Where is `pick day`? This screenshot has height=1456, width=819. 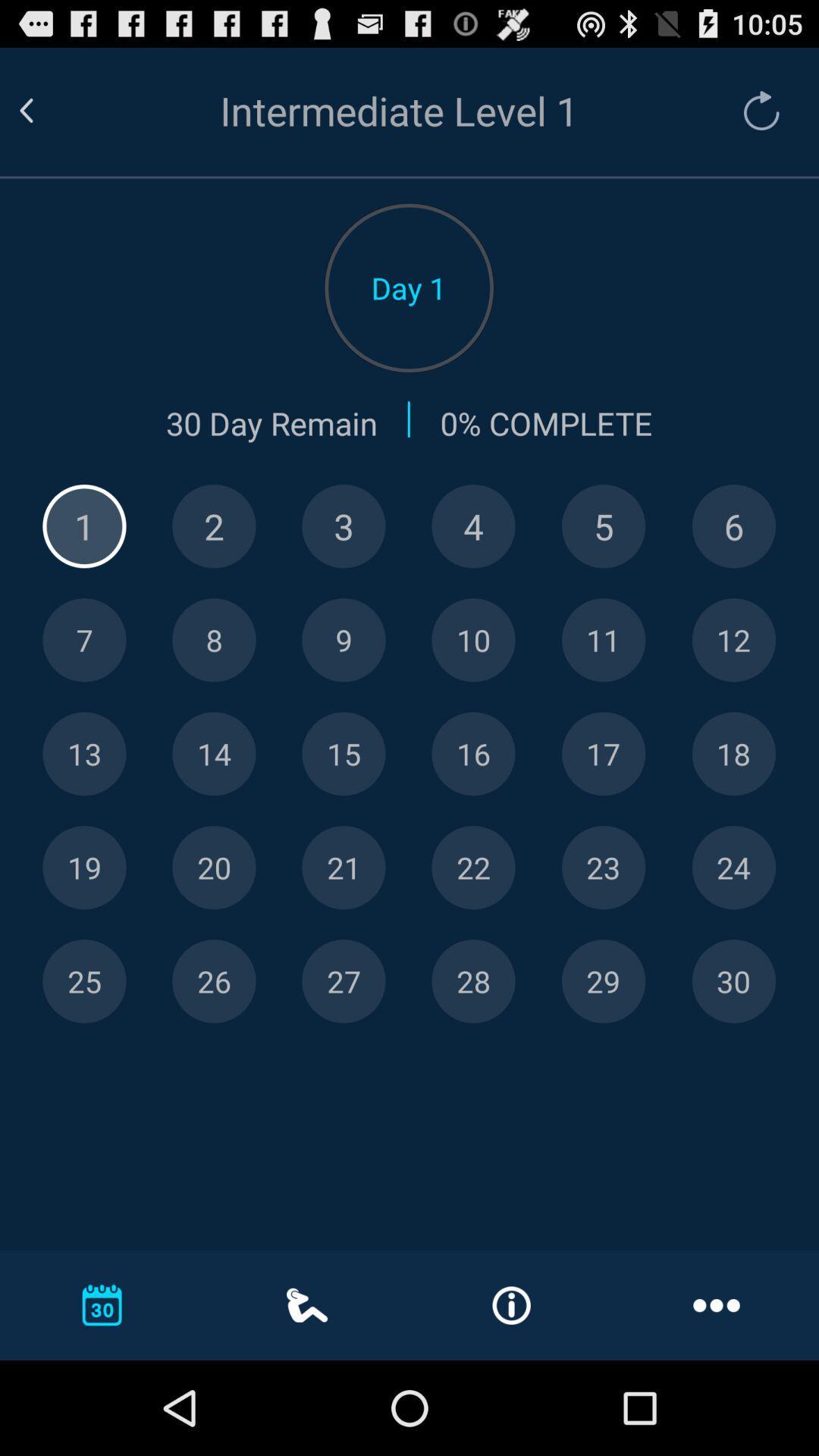 pick day is located at coordinates (472, 526).